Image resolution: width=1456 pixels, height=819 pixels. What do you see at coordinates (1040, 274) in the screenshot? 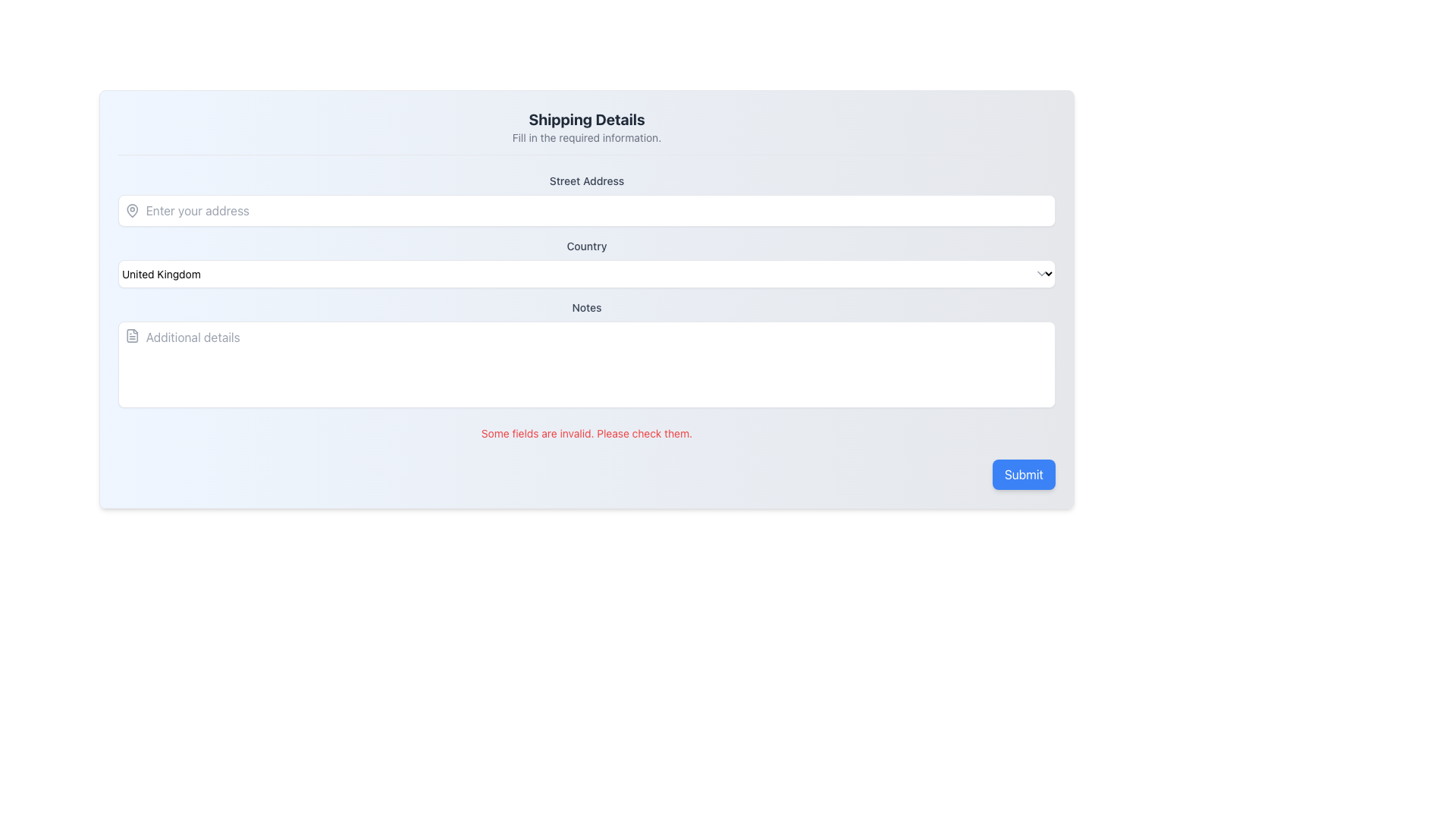
I see `the chevron icon indicating the dropdown menu in the 'Country' field to observe any style changes` at bounding box center [1040, 274].